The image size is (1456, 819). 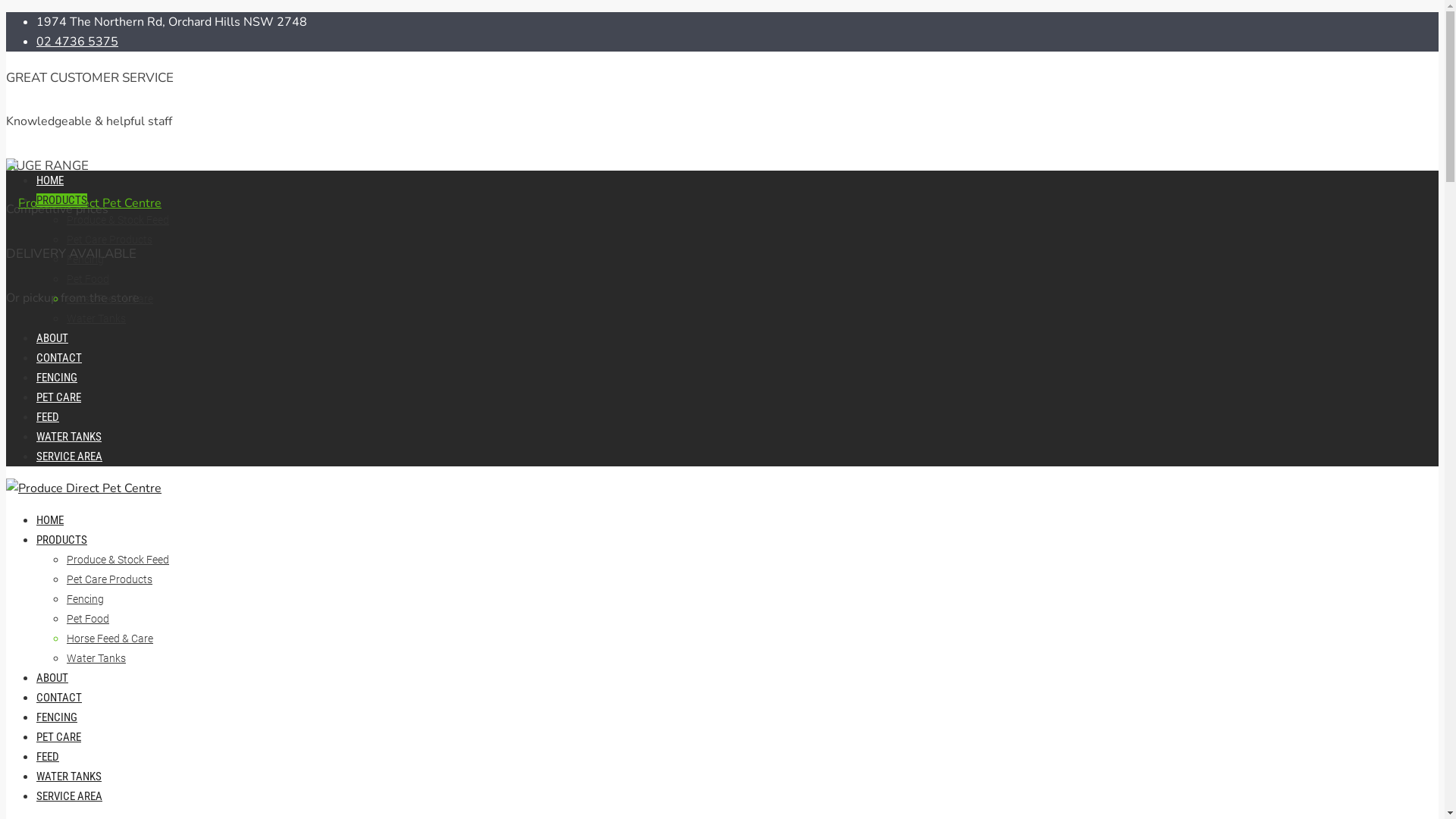 I want to click on 'Horse Feed & Care', so click(x=108, y=298).